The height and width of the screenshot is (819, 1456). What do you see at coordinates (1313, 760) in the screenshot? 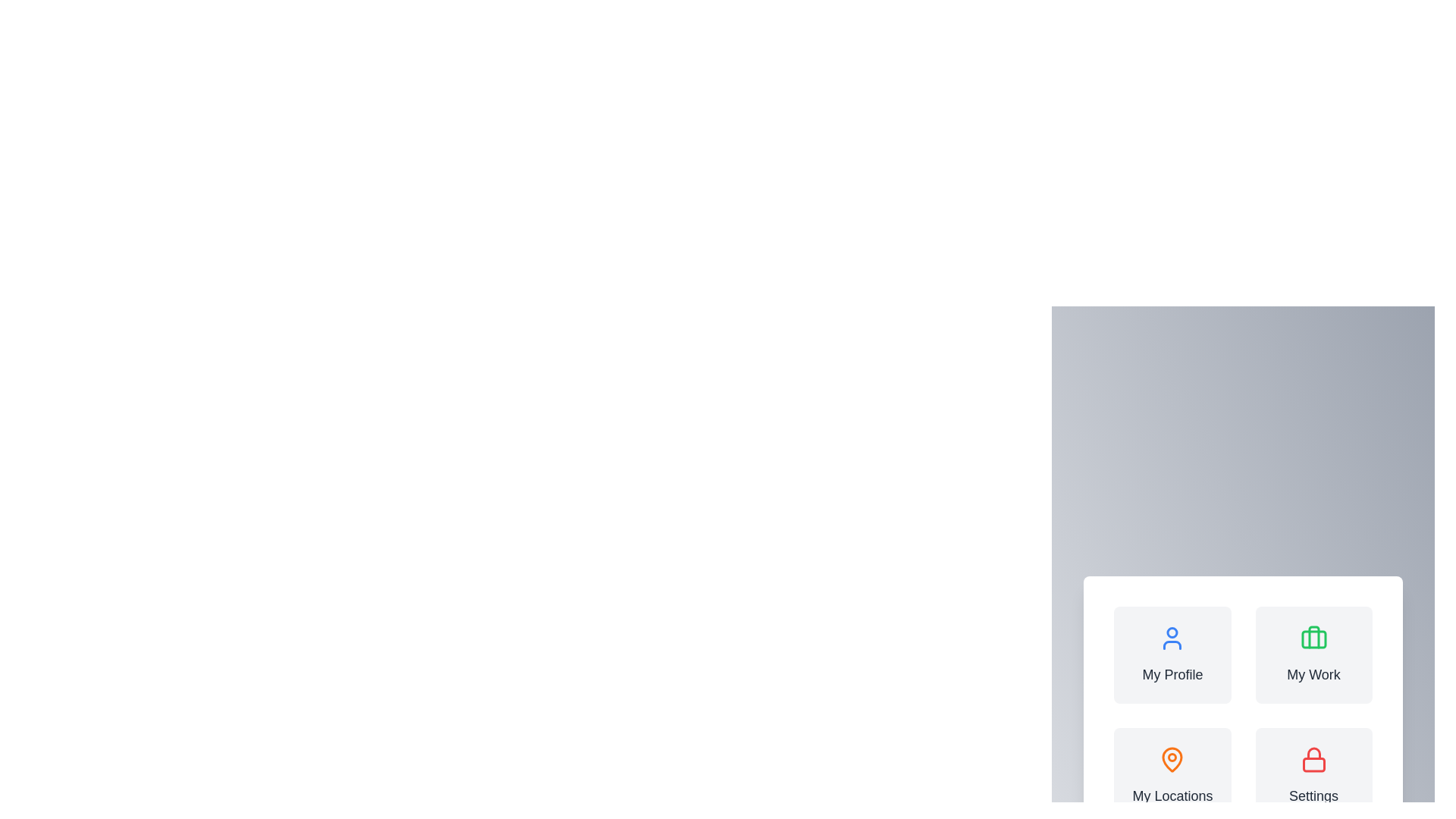
I see `the red lock icon located in the 'Settings' card, positioned above the text 'Settings'` at bounding box center [1313, 760].